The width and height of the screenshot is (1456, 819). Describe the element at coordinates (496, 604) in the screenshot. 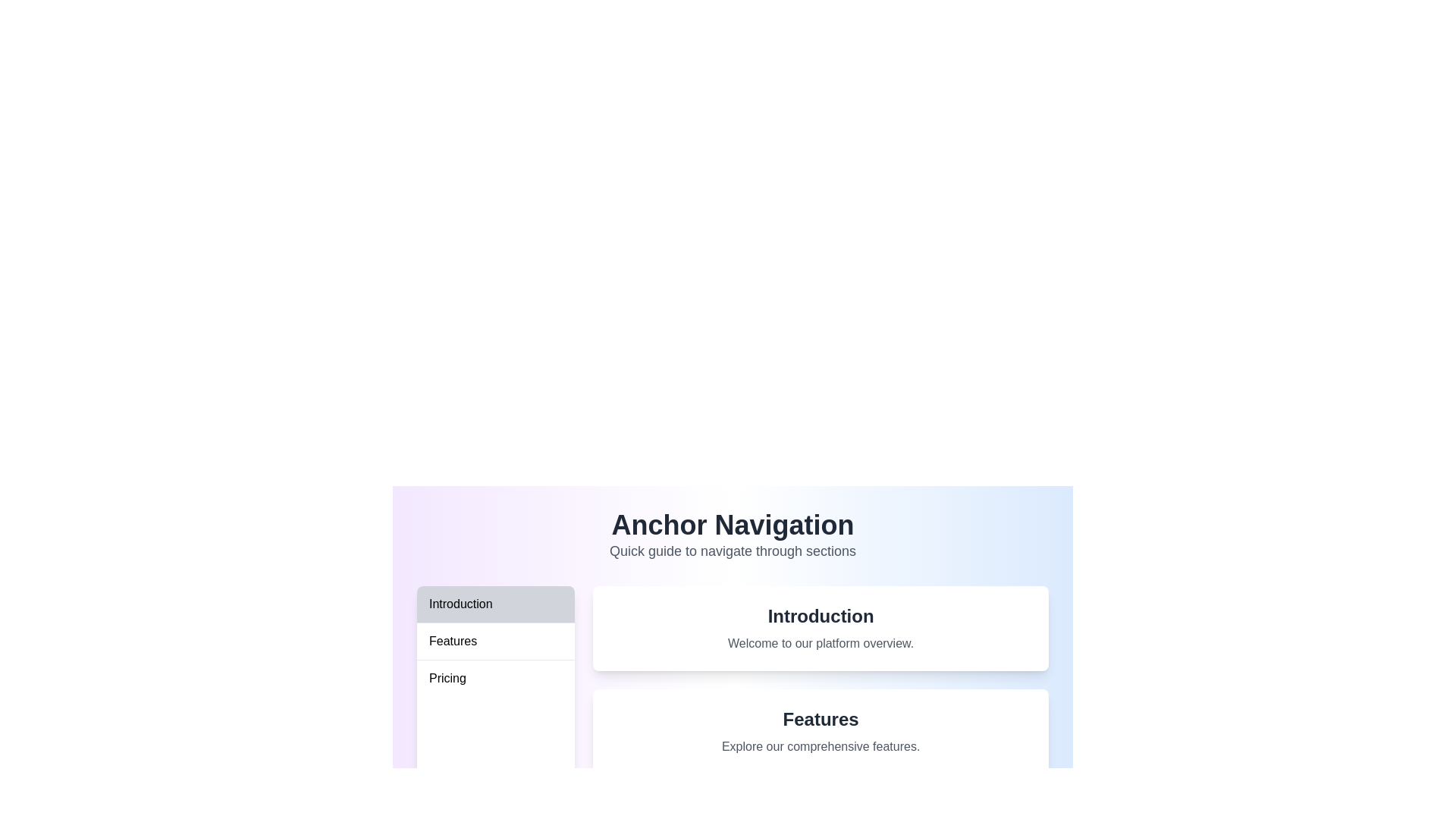

I see `the 'Introduction' button, which is styled with a bold font on a gray background and is the first entry in the vertical list of items` at that location.